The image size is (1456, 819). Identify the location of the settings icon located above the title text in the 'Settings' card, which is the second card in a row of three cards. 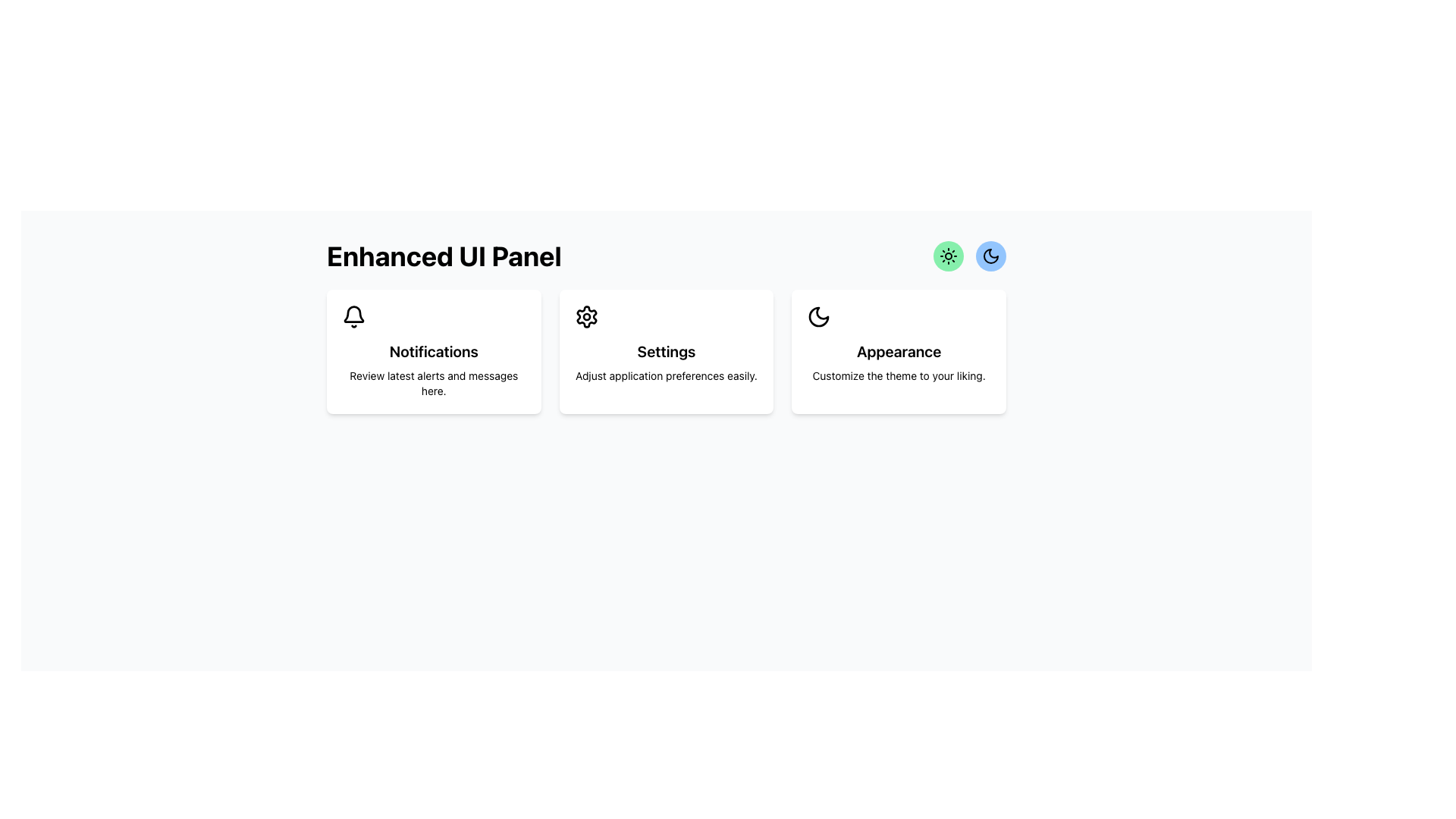
(585, 315).